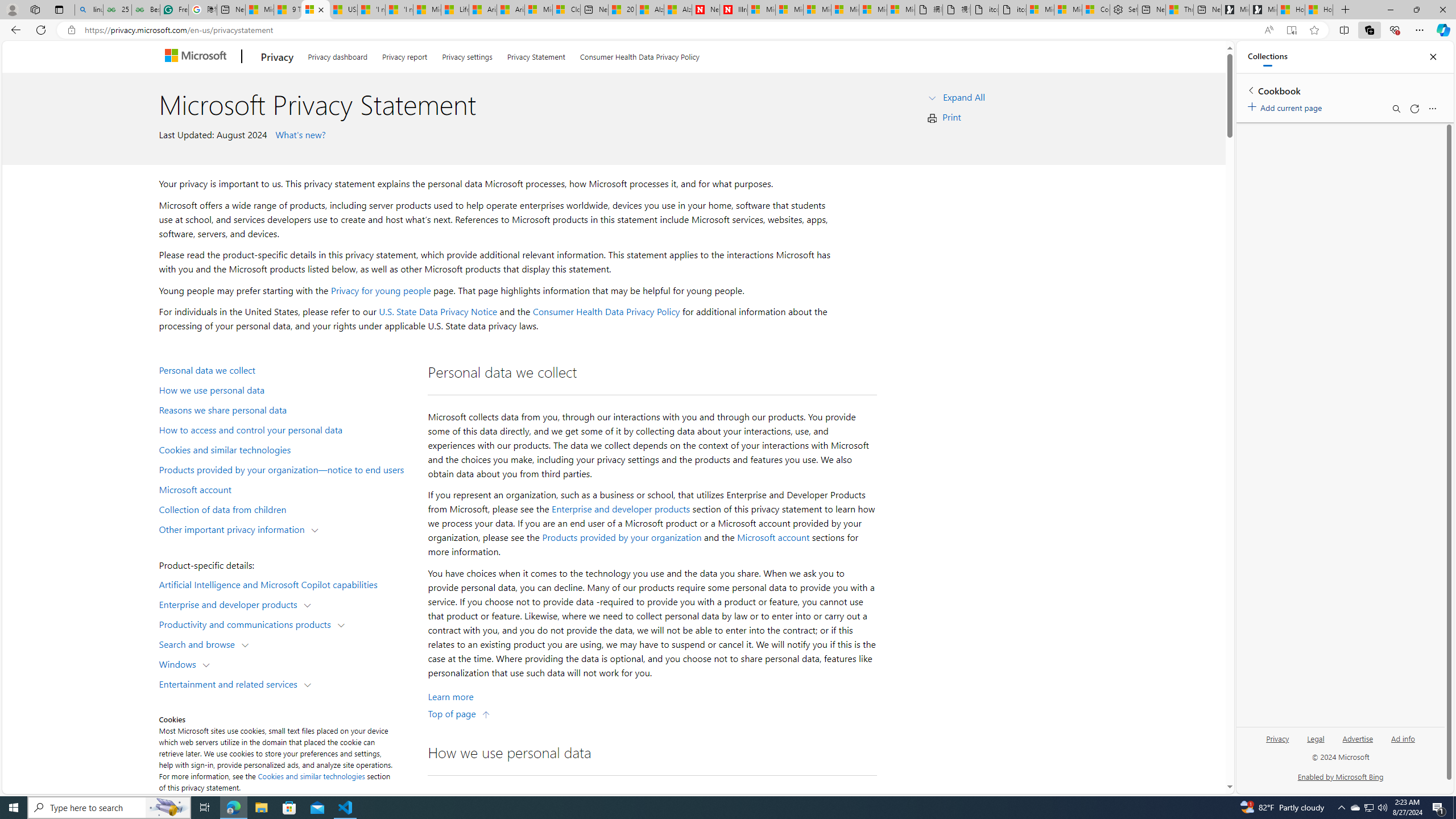  Describe the element at coordinates (963, 96) in the screenshot. I see `'Expand All'` at that location.